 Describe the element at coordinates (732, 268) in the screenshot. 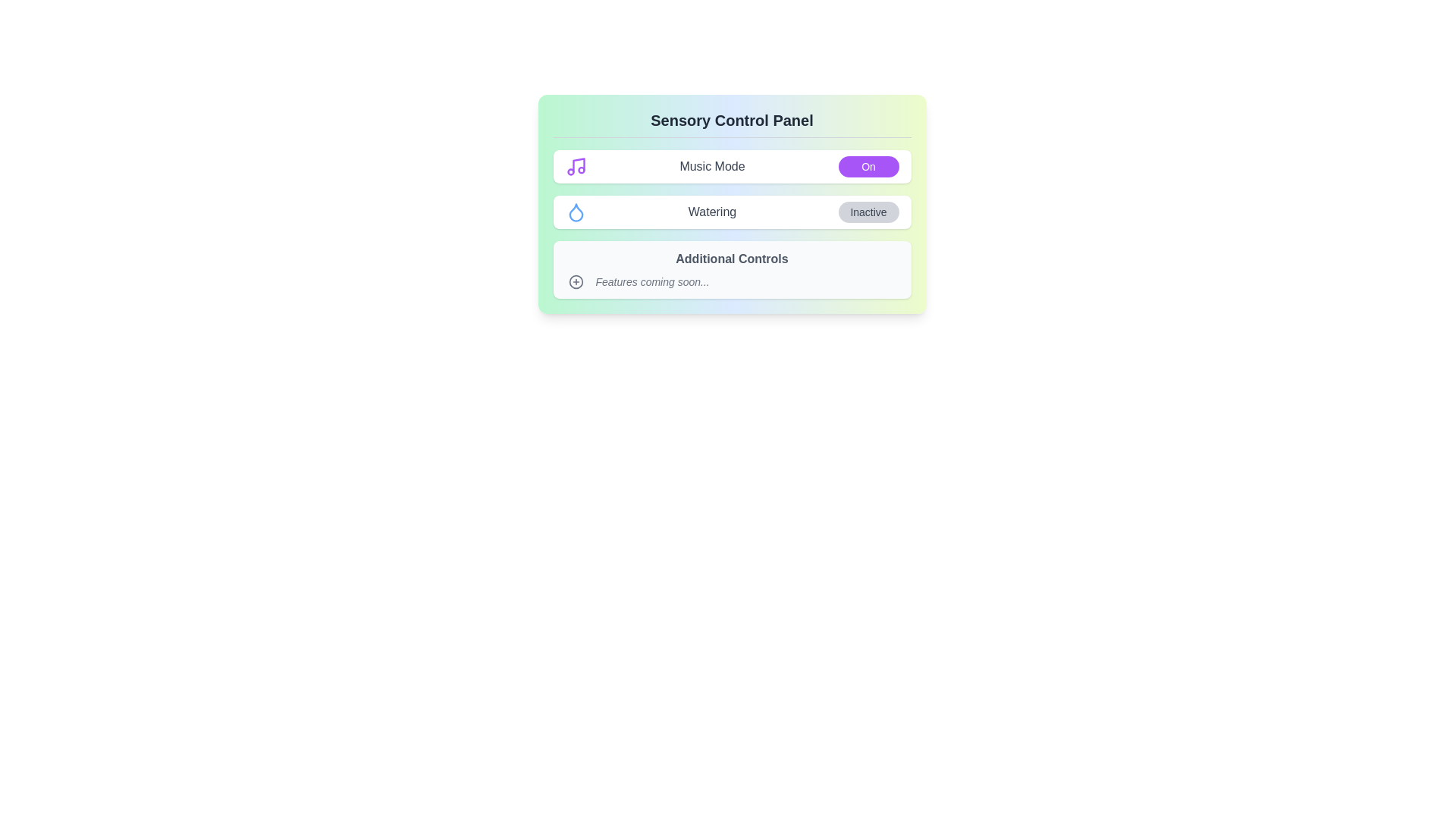

I see `the 'Additional Controls' section of the Information Box in the Sensory Control Panel, which indicates that some features are not yet available` at that location.